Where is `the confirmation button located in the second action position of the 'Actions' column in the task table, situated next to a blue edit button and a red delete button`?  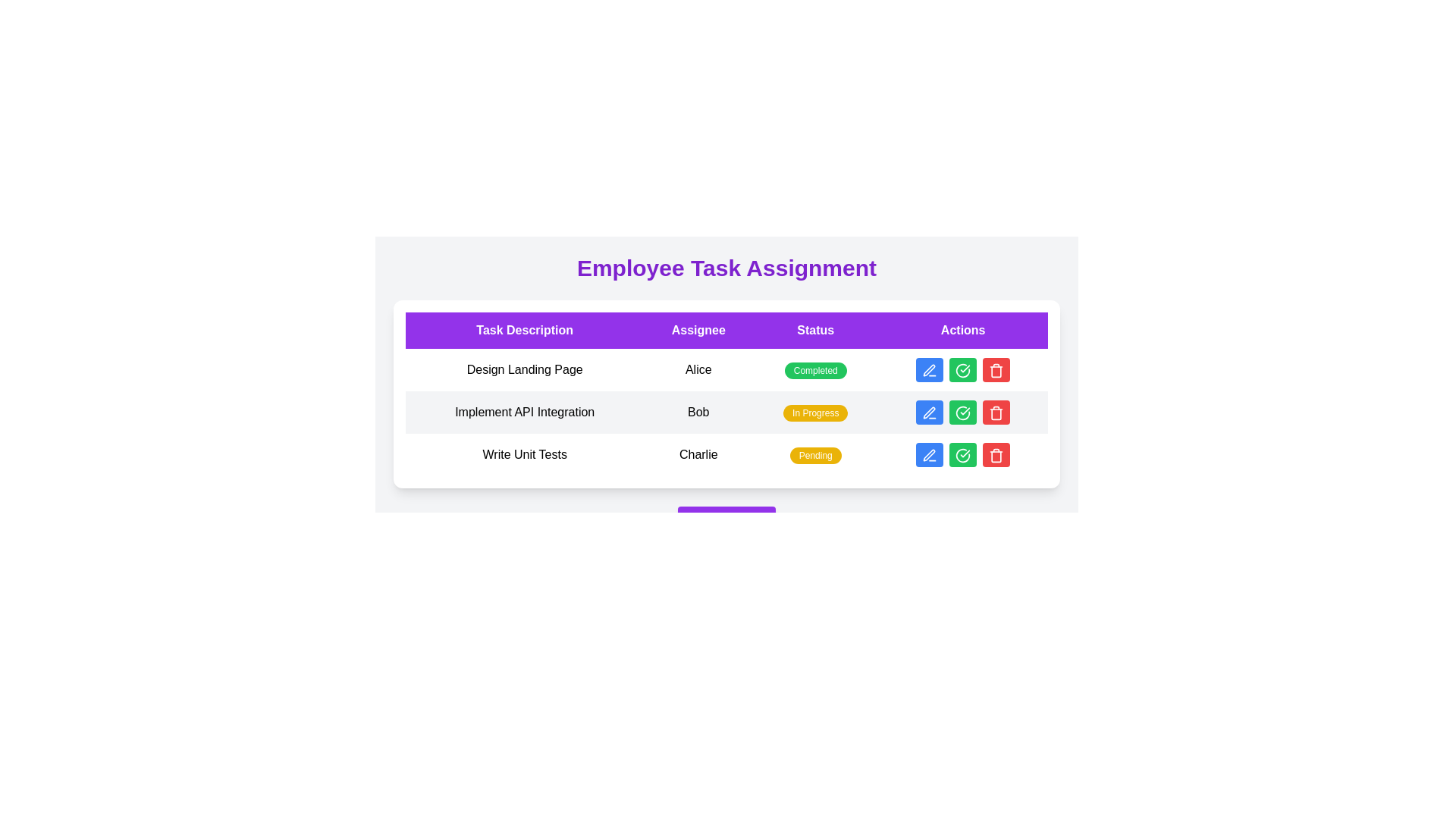 the confirmation button located in the second action position of the 'Actions' column in the task table, situated next to a blue edit button and a red delete button is located at coordinates (962, 370).